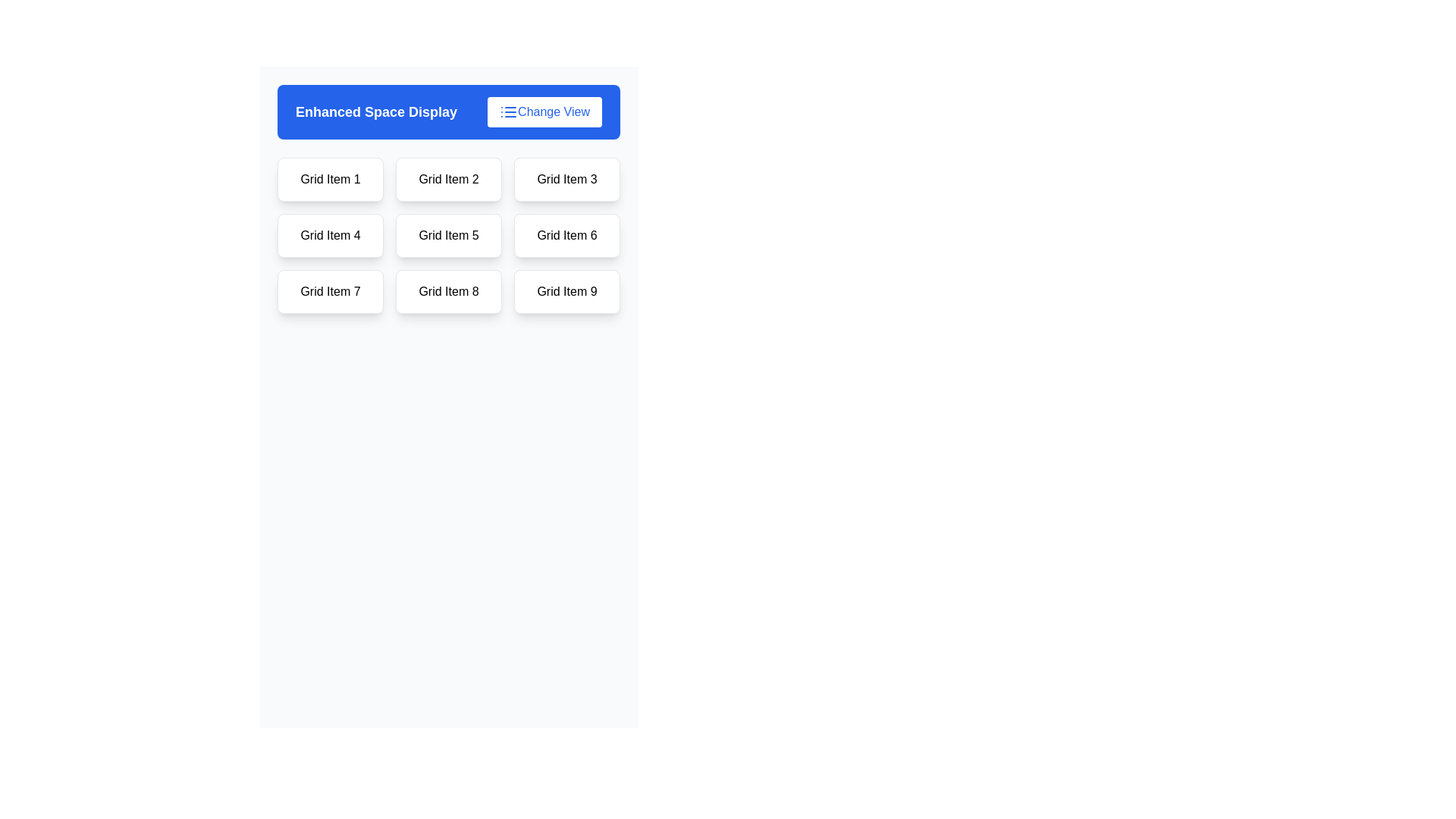 The image size is (1456, 819). I want to click on the rectangular grid item with rounded corners containing the text 'Grid Item 8', so click(447, 292).